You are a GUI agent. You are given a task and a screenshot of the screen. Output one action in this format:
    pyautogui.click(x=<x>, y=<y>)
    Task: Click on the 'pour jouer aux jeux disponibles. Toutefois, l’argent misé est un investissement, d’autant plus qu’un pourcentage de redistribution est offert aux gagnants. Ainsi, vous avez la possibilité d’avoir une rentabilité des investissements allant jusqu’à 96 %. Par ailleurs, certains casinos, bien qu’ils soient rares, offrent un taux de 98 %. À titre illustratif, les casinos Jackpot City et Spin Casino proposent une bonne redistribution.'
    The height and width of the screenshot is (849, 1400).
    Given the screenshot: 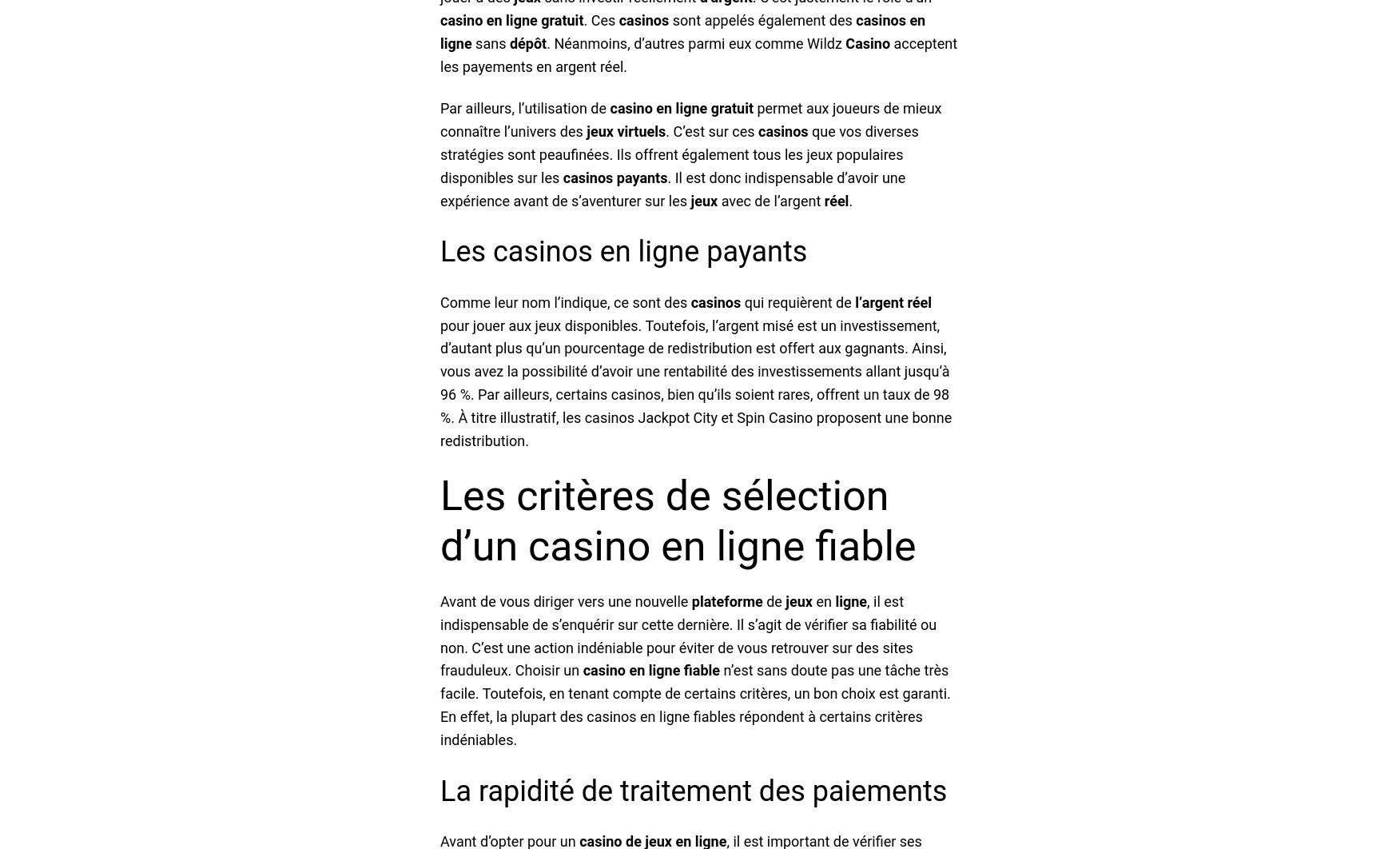 What is the action you would take?
    pyautogui.click(x=694, y=381)
    